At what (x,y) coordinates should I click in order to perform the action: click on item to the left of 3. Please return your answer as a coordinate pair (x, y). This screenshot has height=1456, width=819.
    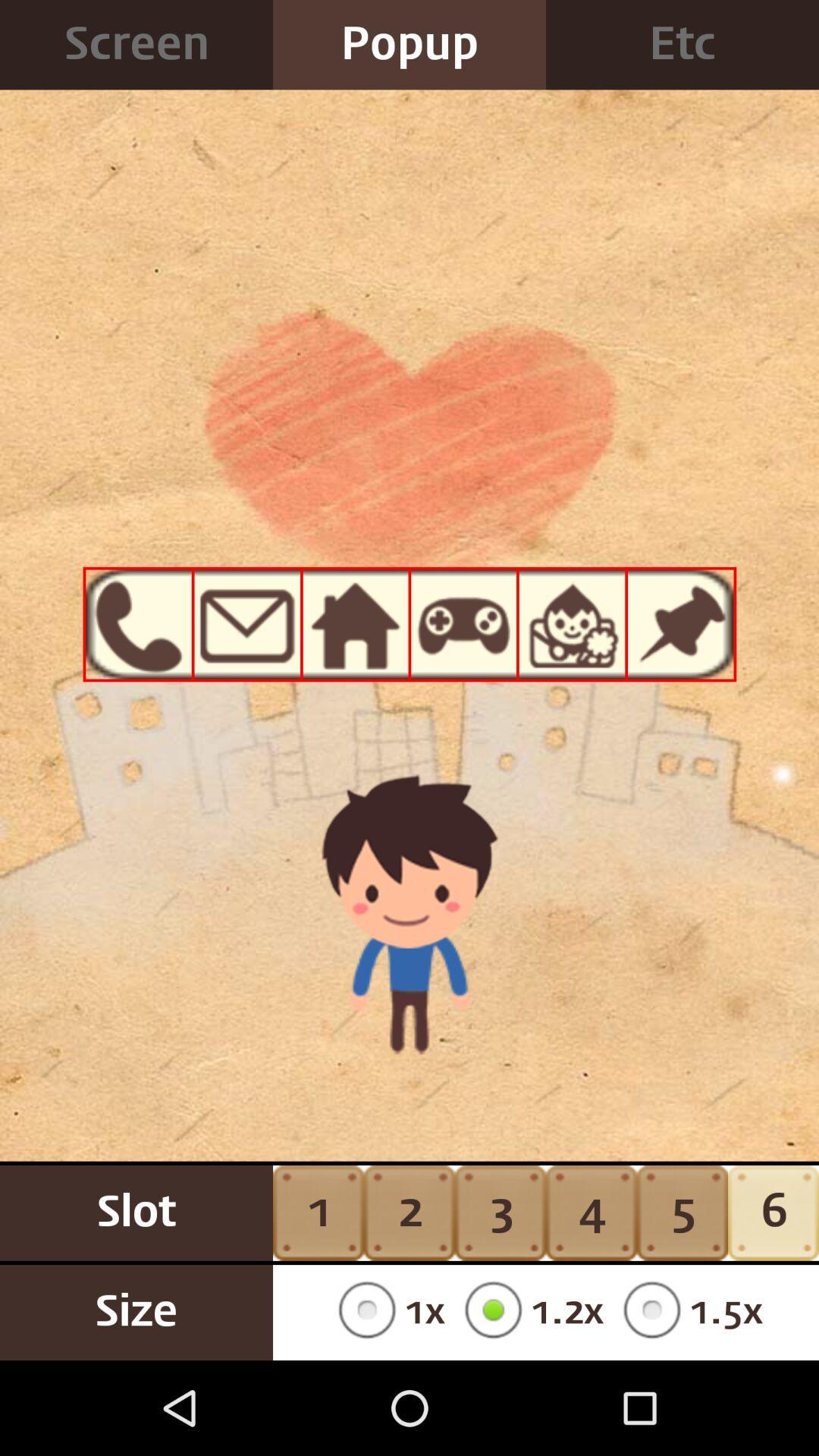
    Looking at the image, I should click on (385, 1312).